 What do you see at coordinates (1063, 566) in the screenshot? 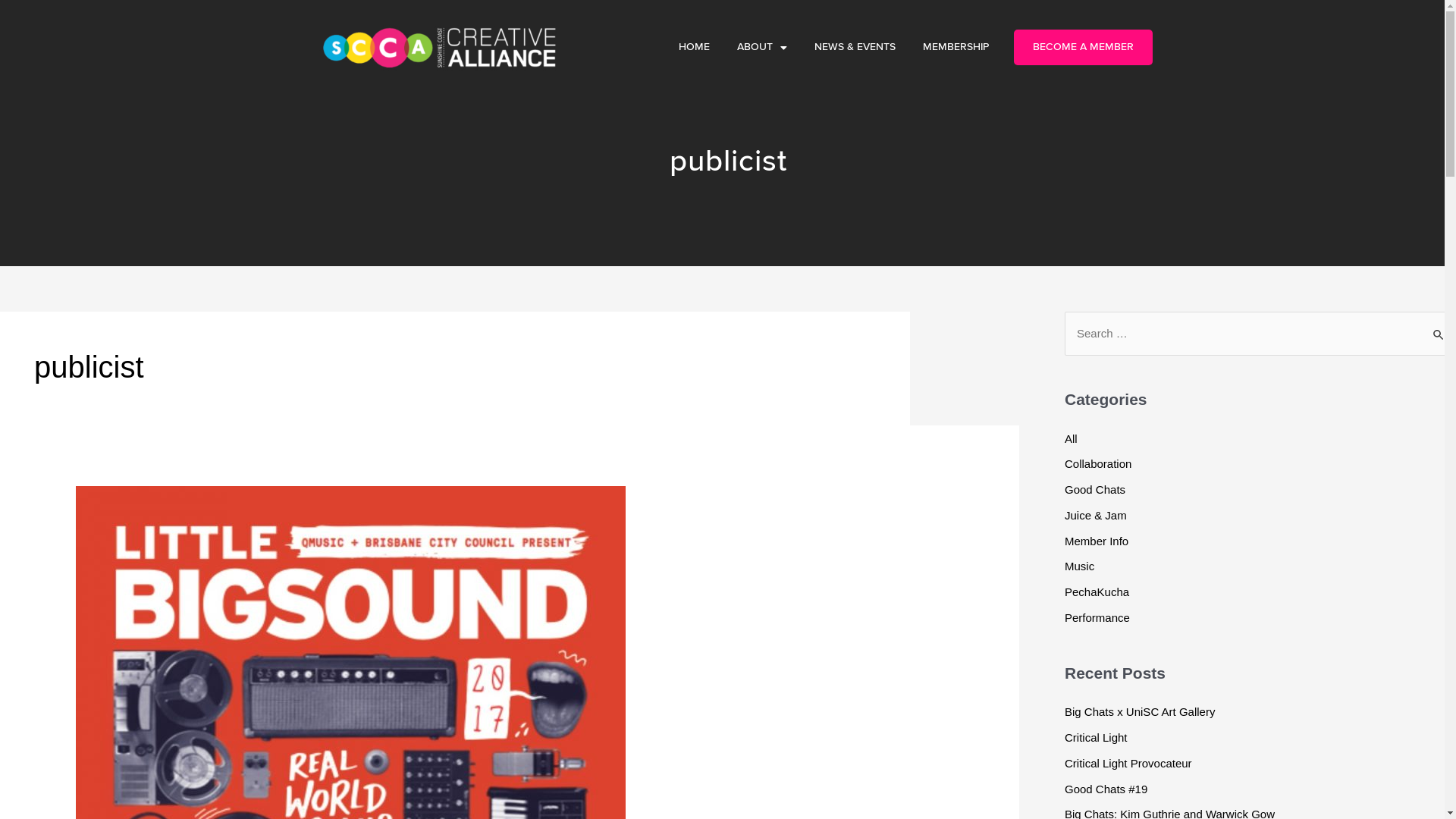
I see `'Music'` at bounding box center [1063, 566].